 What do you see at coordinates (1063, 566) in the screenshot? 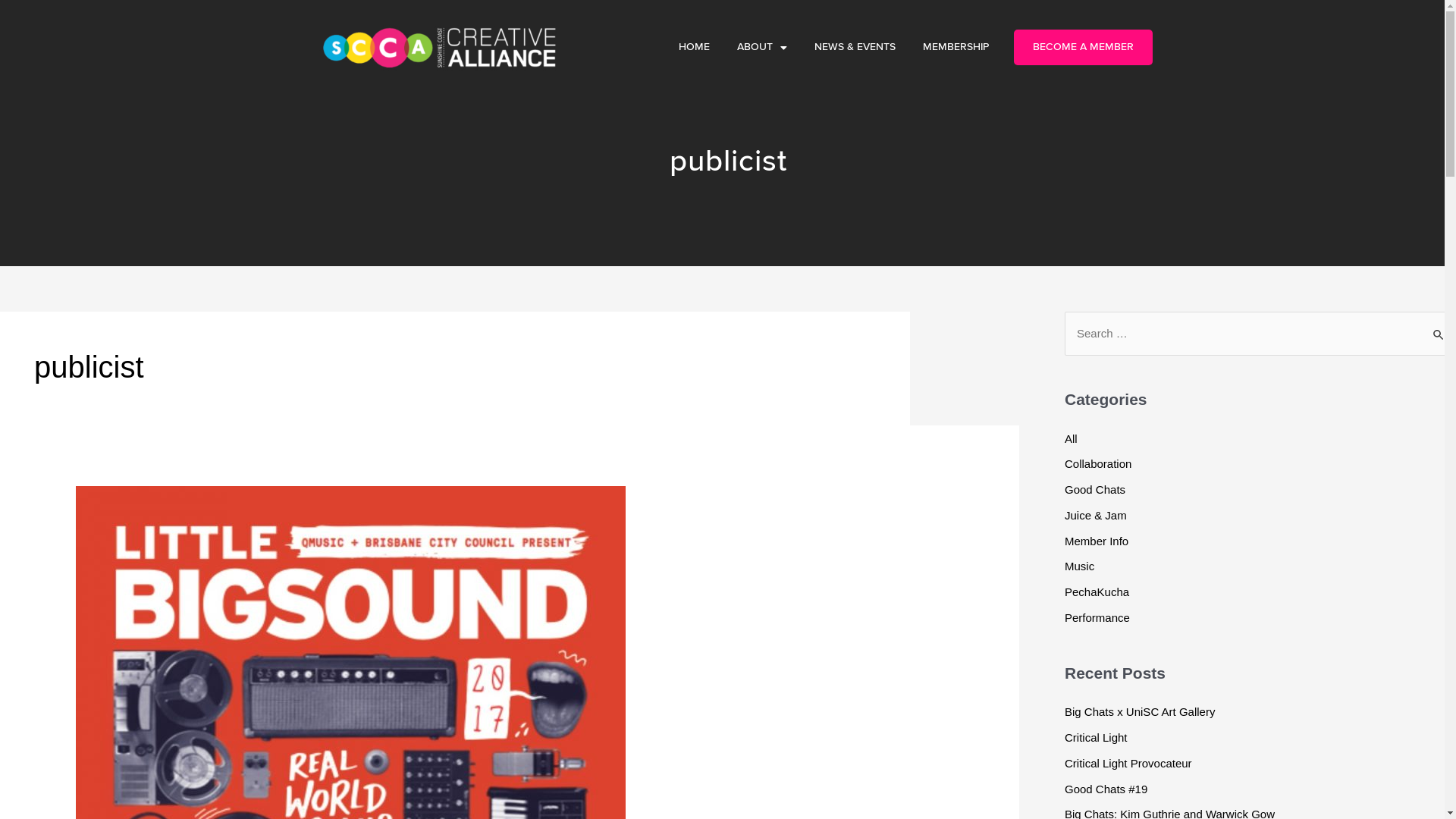
I see `'Music'` at bounding box center [1063, 566].